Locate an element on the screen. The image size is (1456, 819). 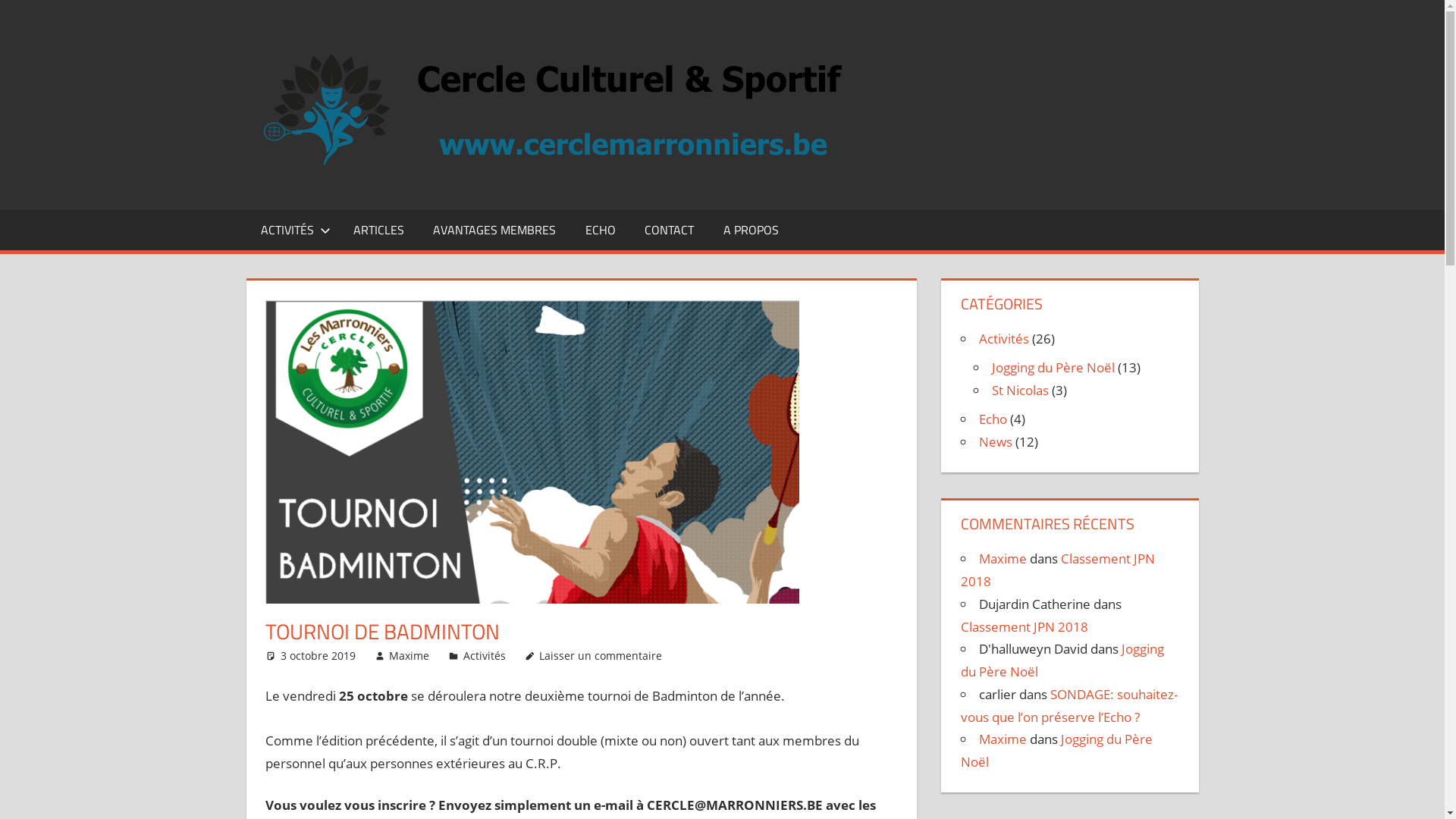
'Laisser un commentaire' is located at coordinates (600, 654).